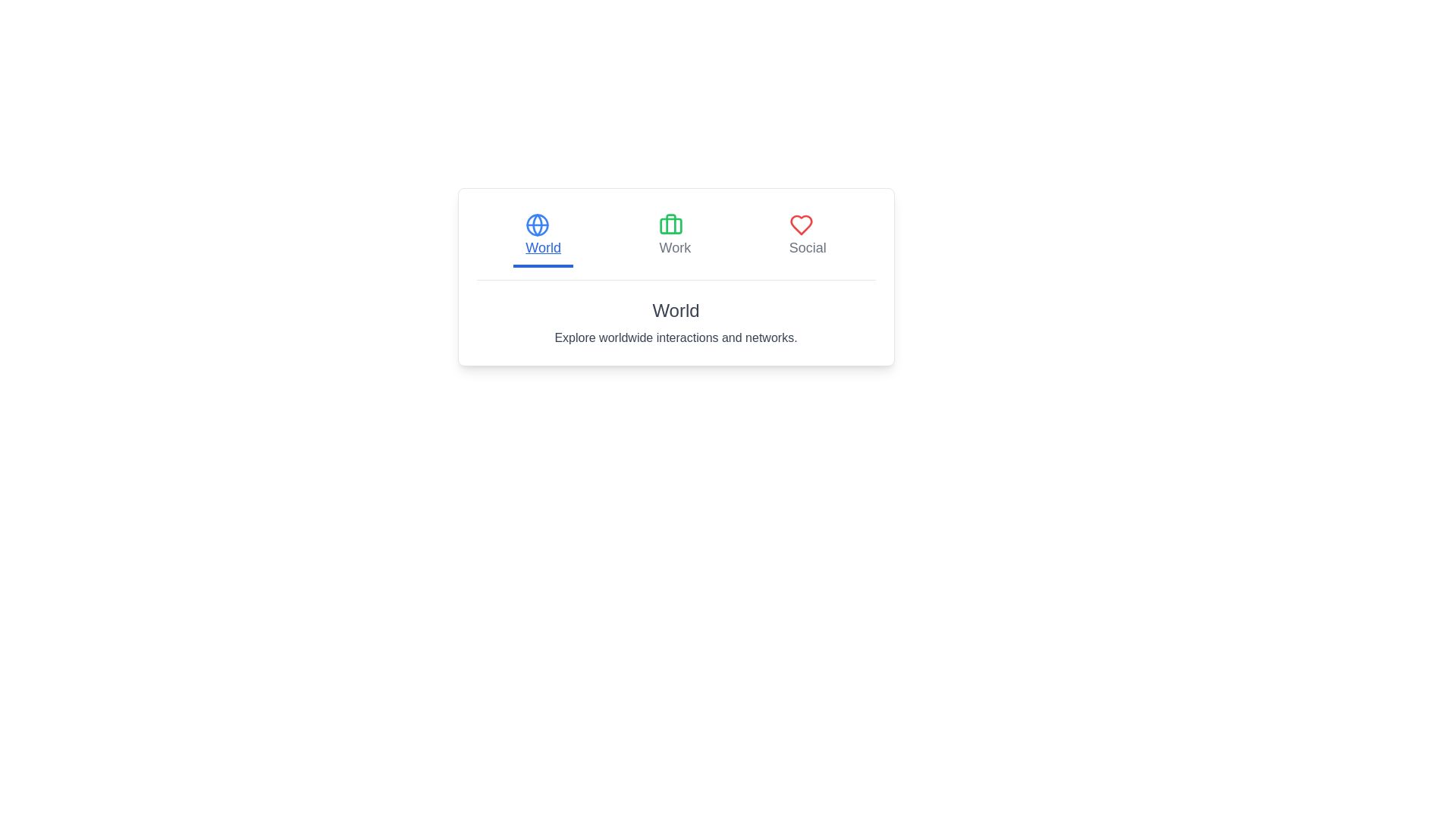 This screenshot has width=1456, height=819. Describe the element at coordinates (543, 237) in the screenshot. I see `the tab labeled World by clicking its corresponding button` at that location.